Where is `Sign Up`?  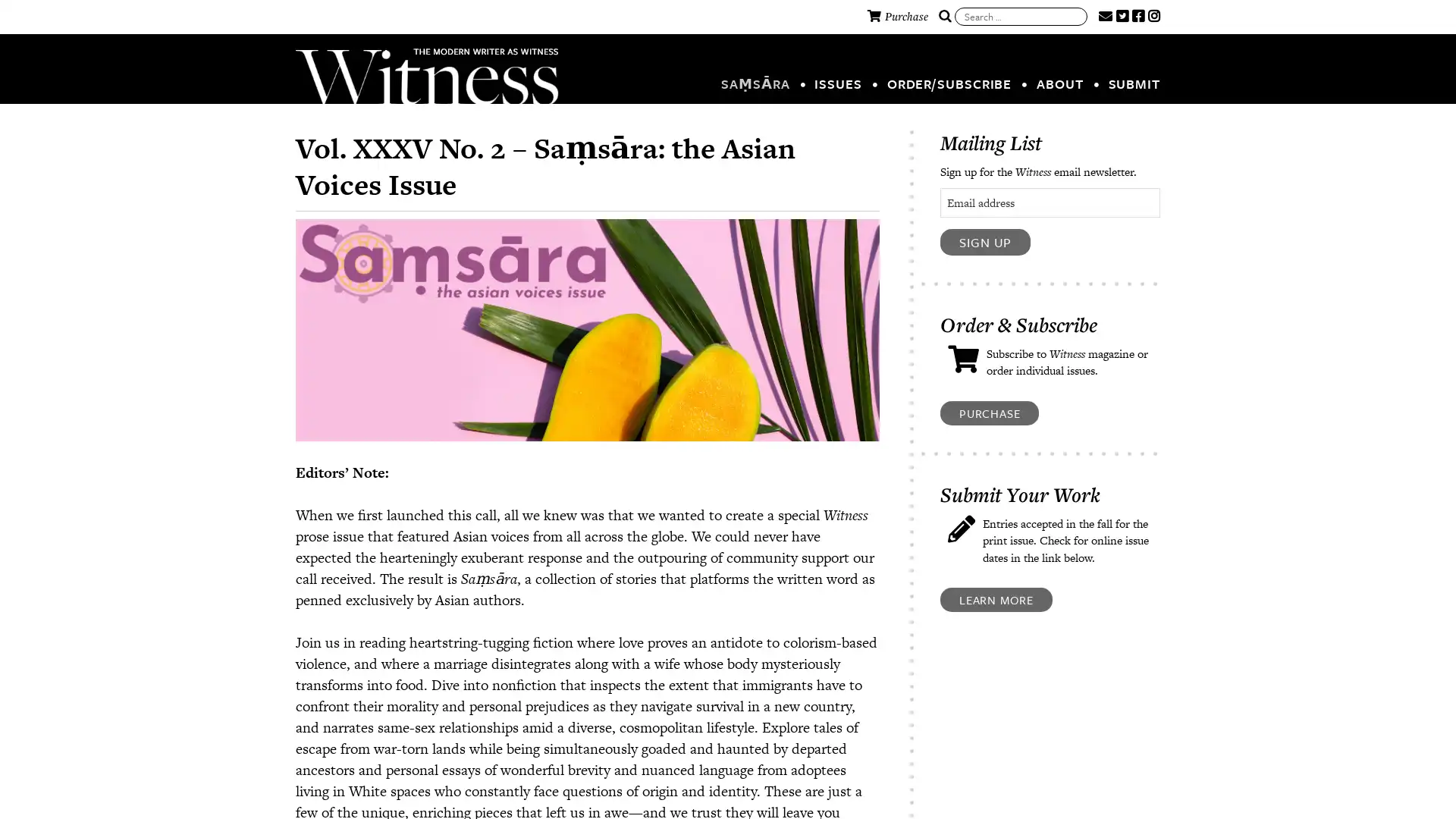 Sign Up is located at coordinates (985, 241).